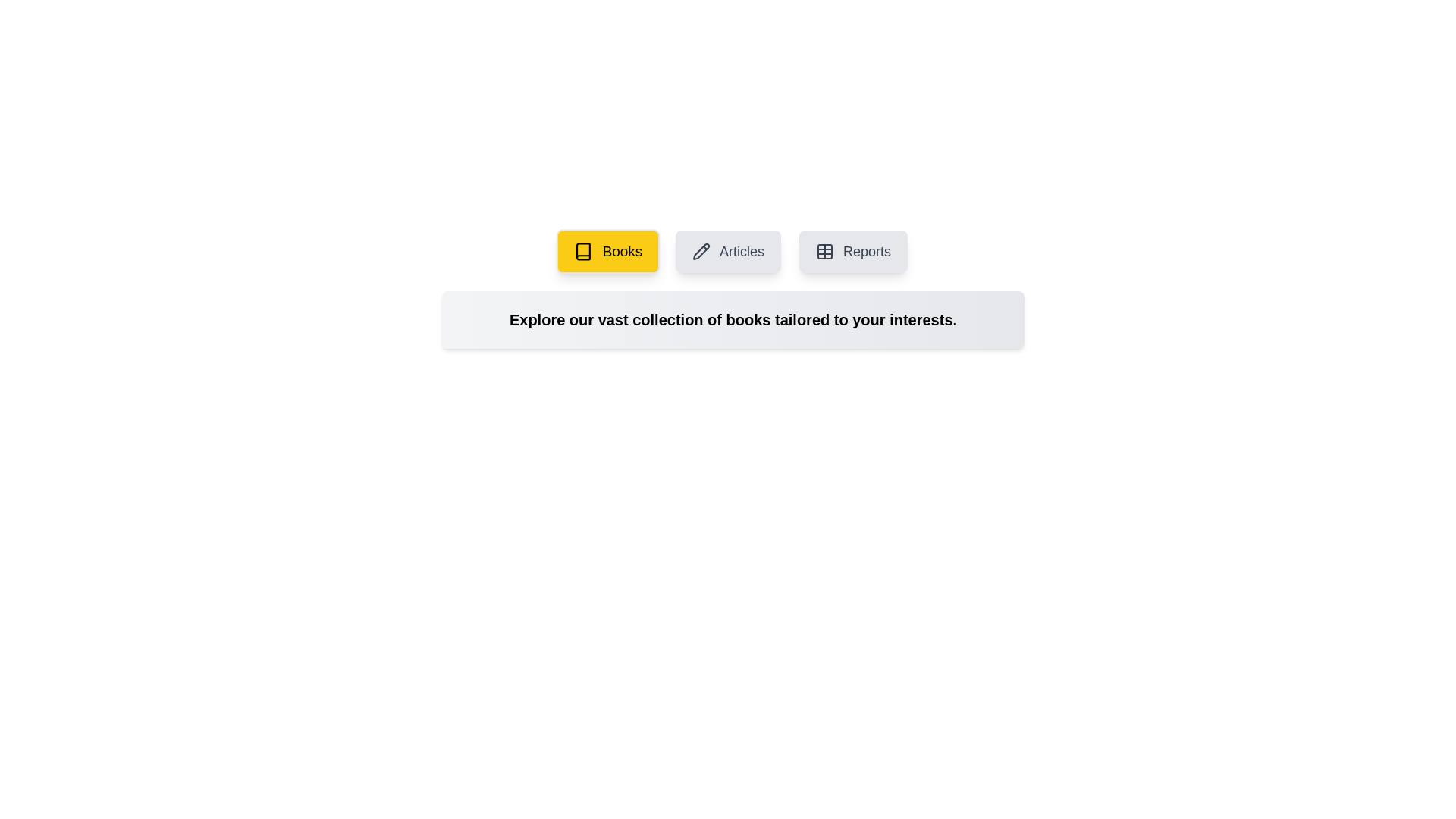 This screenshot has width=1456, height=819. What do you see at coordinates (607, 250) in the screenshot?
I see `the 'Books' button located to the left of the 'Articles' and 'Reports' buttons` at bounding box center [607, 250].